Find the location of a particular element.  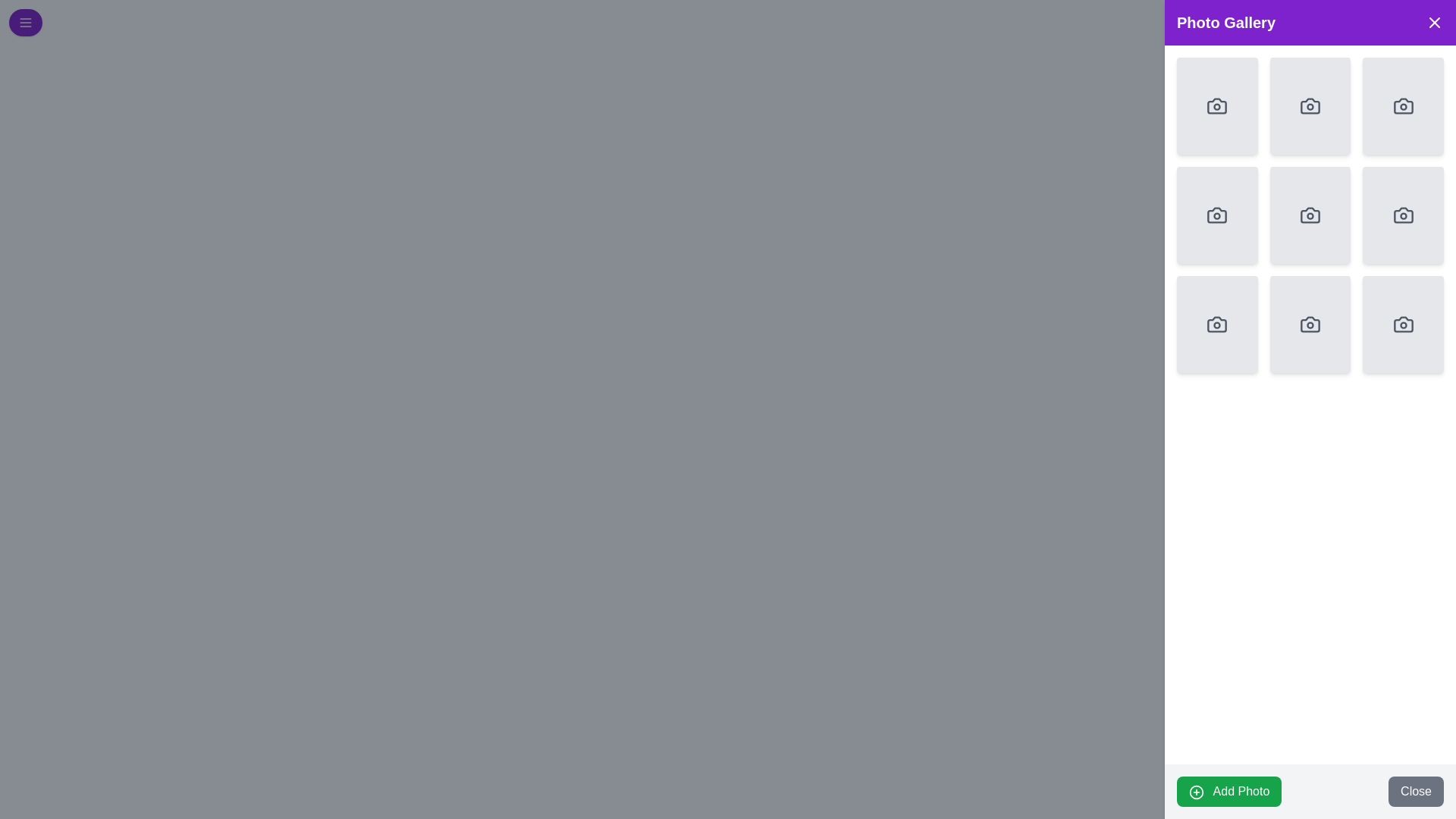

the camera icon in the bottom-right cell of the 3x3 grid within the 'Photo Gallery' section is located at coordinates (1402, 324).